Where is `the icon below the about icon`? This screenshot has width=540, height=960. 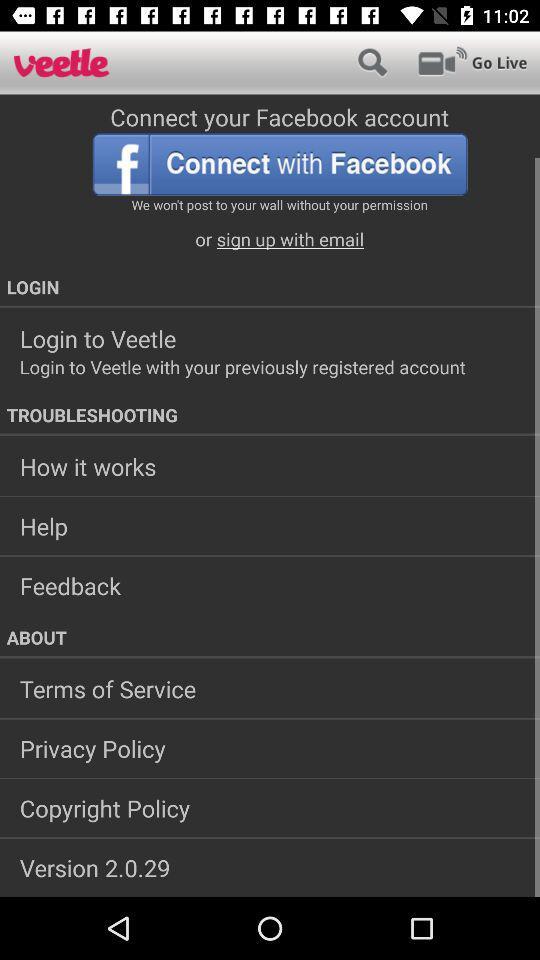
the icon below the about icon is located at coordinates (270, 689).